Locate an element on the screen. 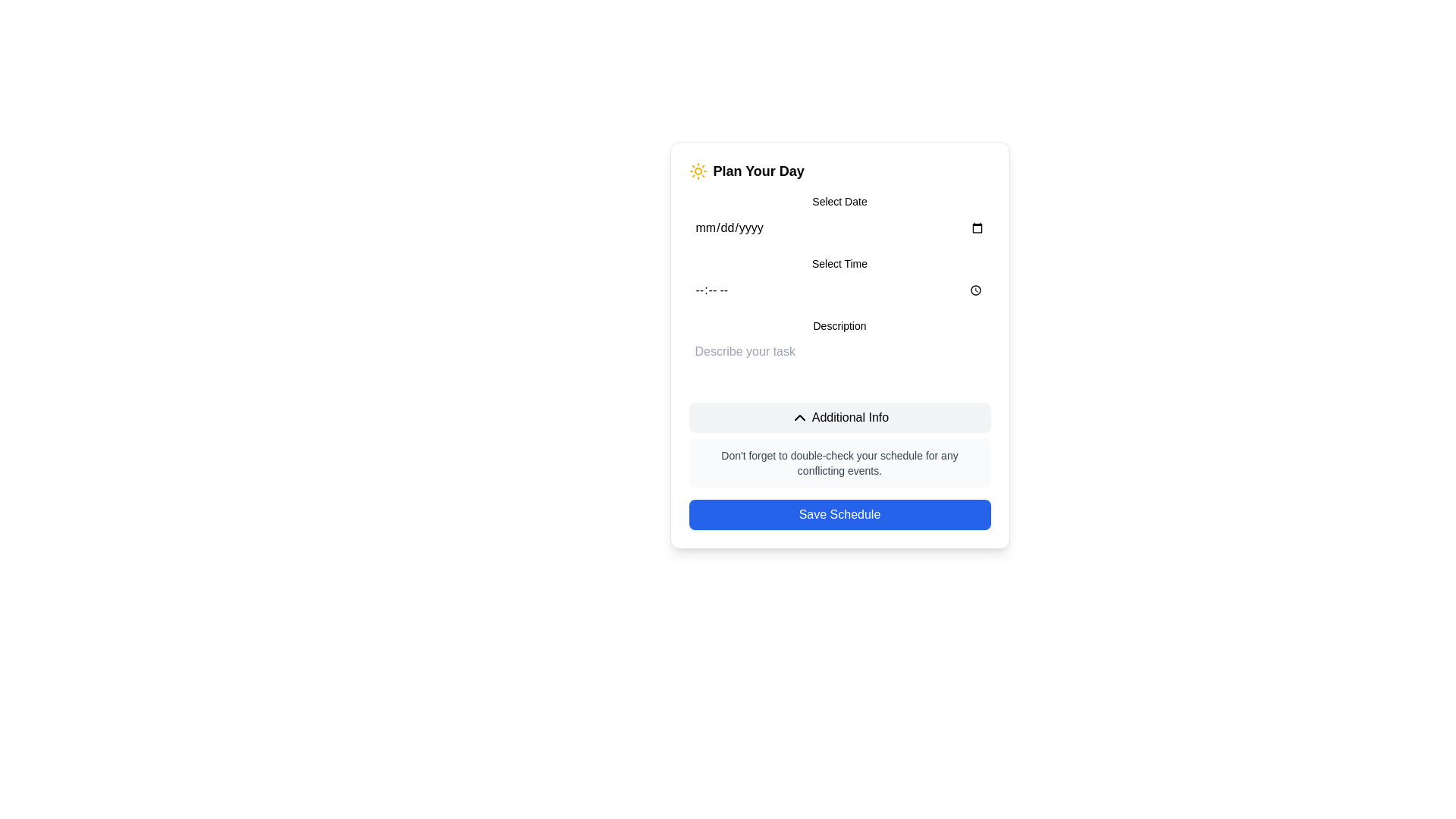 Image resolution: width=1456 pixels, height=819 pixels. the static text label within the button that indicates it will reveal additional information, located above the blue 'Save Schedule' button is located at coordinates (850, 418).